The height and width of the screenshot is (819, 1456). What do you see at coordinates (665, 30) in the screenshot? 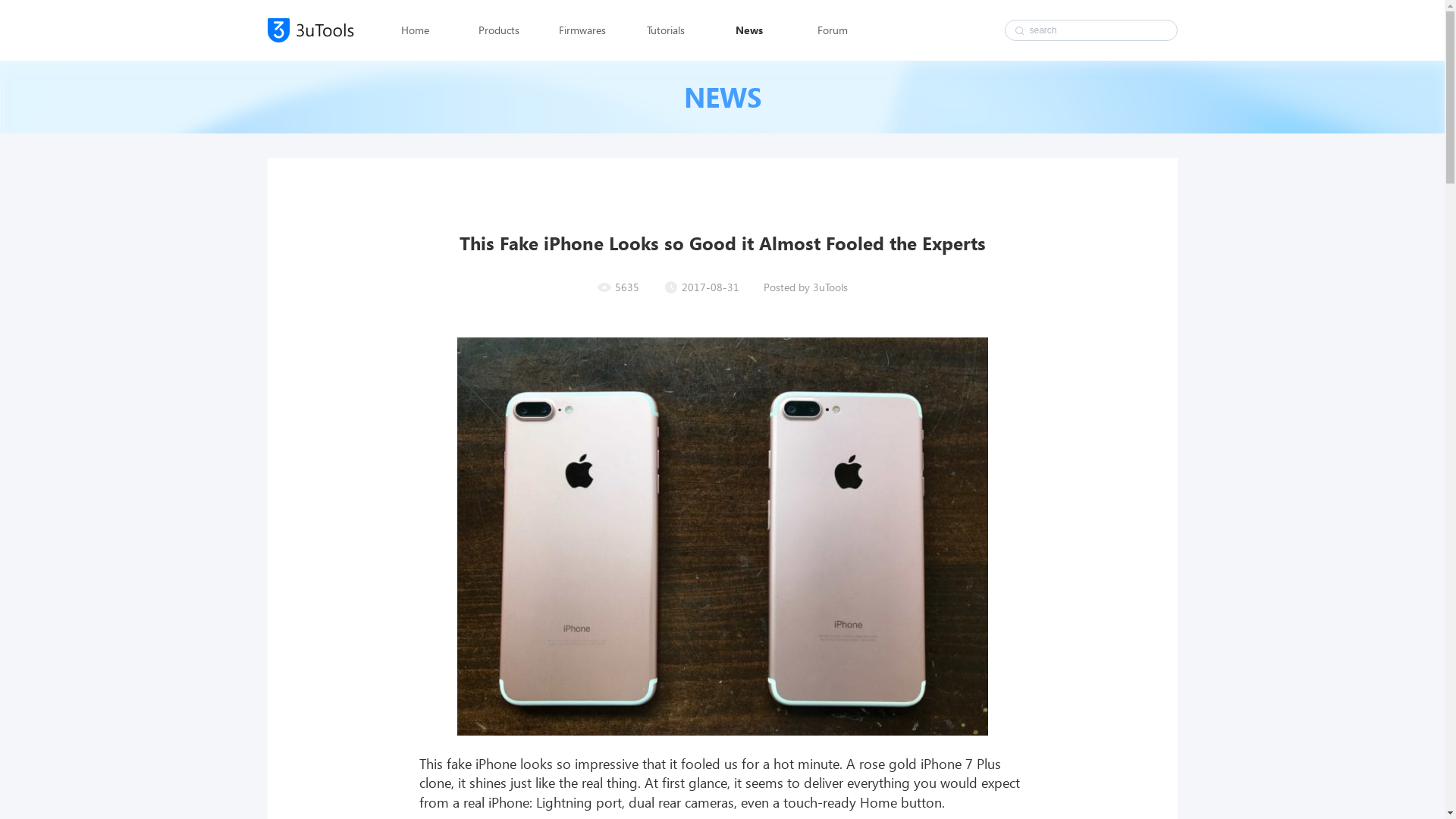
I see `'Tutorials'` at bounding box center [665, 30].